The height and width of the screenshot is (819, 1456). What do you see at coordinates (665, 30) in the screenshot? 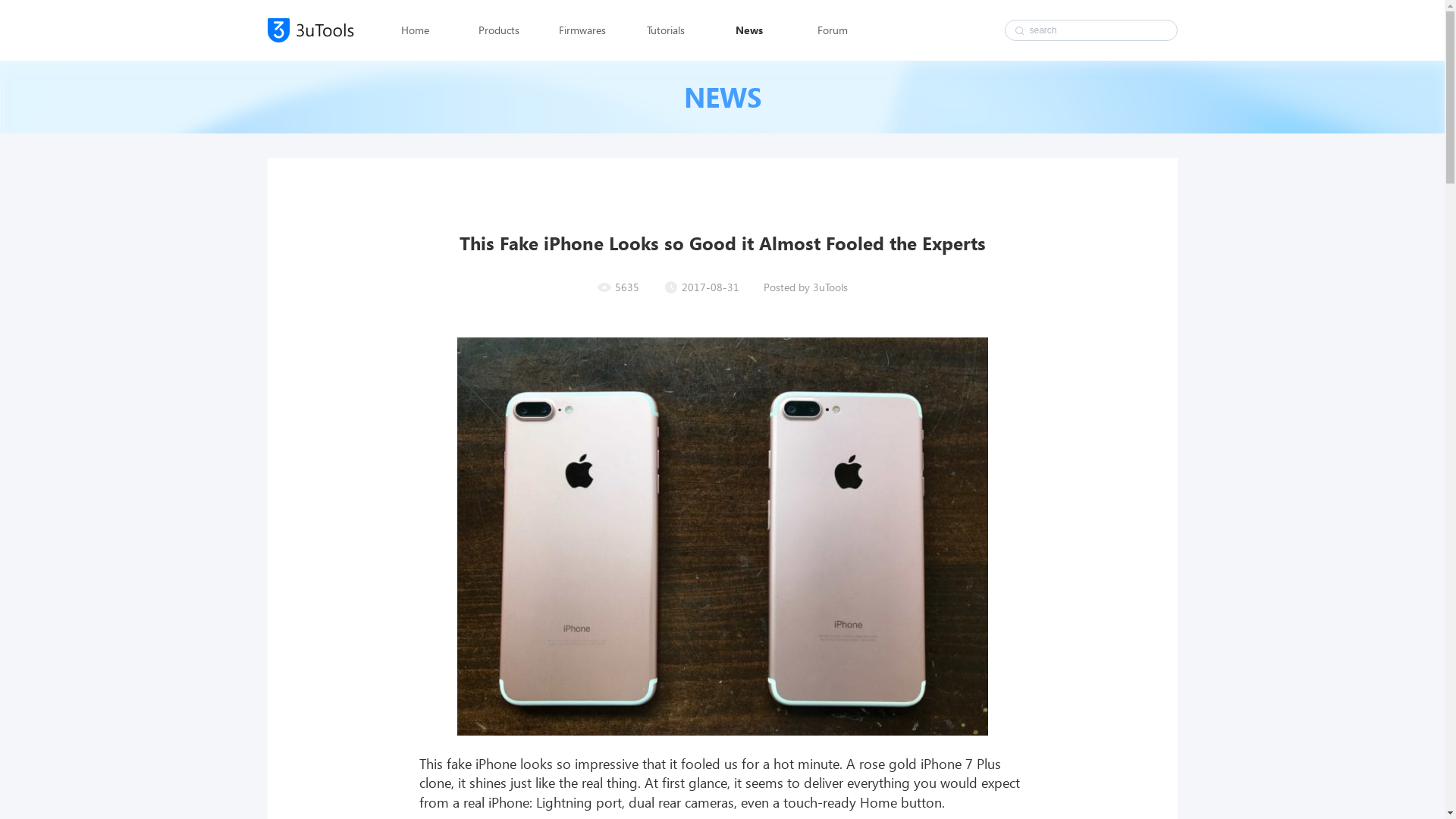
I see `'Tutorials'` at bounding box center [665, 30].